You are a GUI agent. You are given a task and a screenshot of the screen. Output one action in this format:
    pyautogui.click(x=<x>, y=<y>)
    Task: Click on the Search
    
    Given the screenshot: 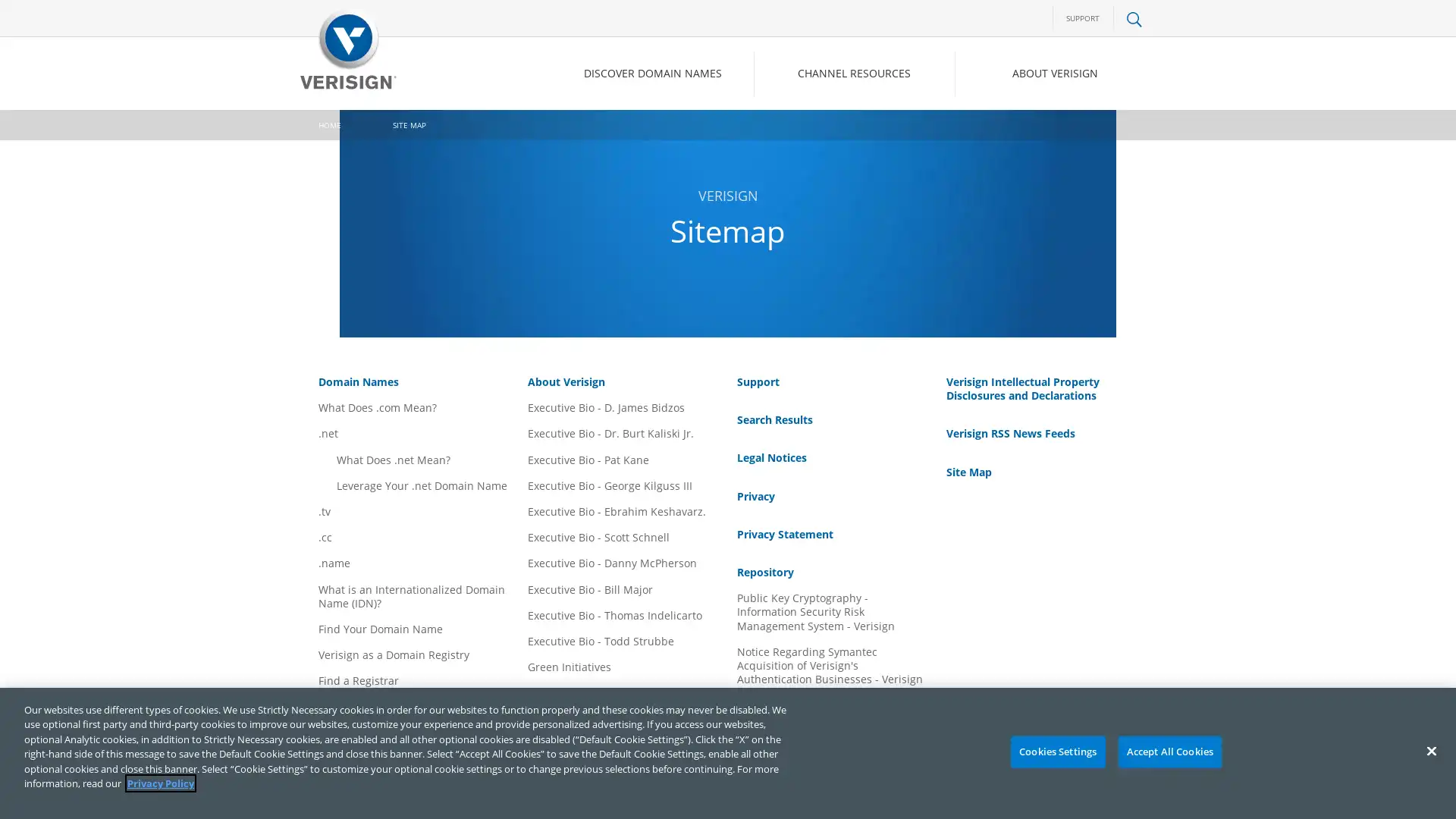 What is the action you would take?
    pyautogui.click(x=1012, y=137)
    